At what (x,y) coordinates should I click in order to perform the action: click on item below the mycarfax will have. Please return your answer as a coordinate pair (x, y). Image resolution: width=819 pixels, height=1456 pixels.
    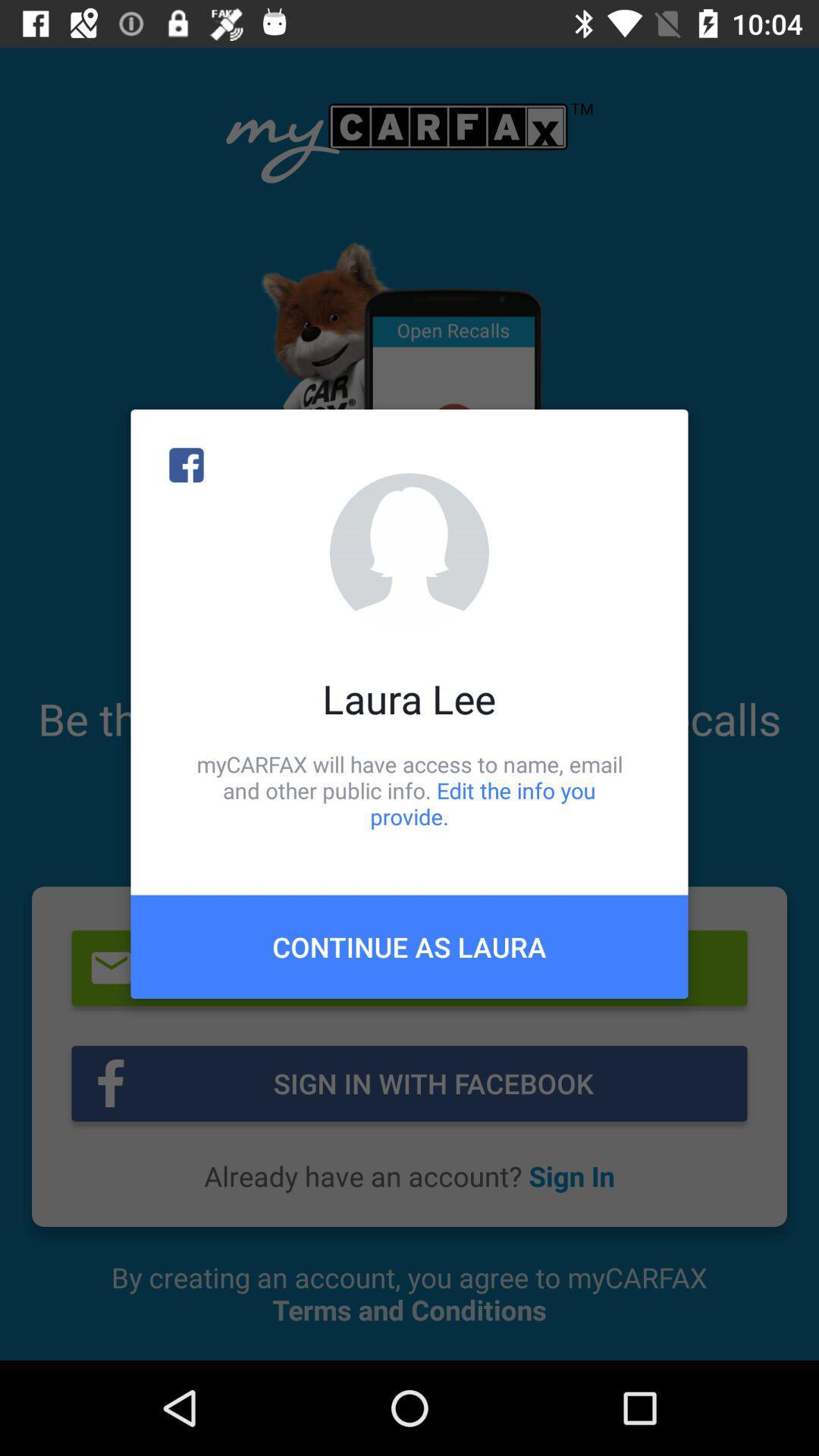
    Looking at the image, I should click on (409, 946).